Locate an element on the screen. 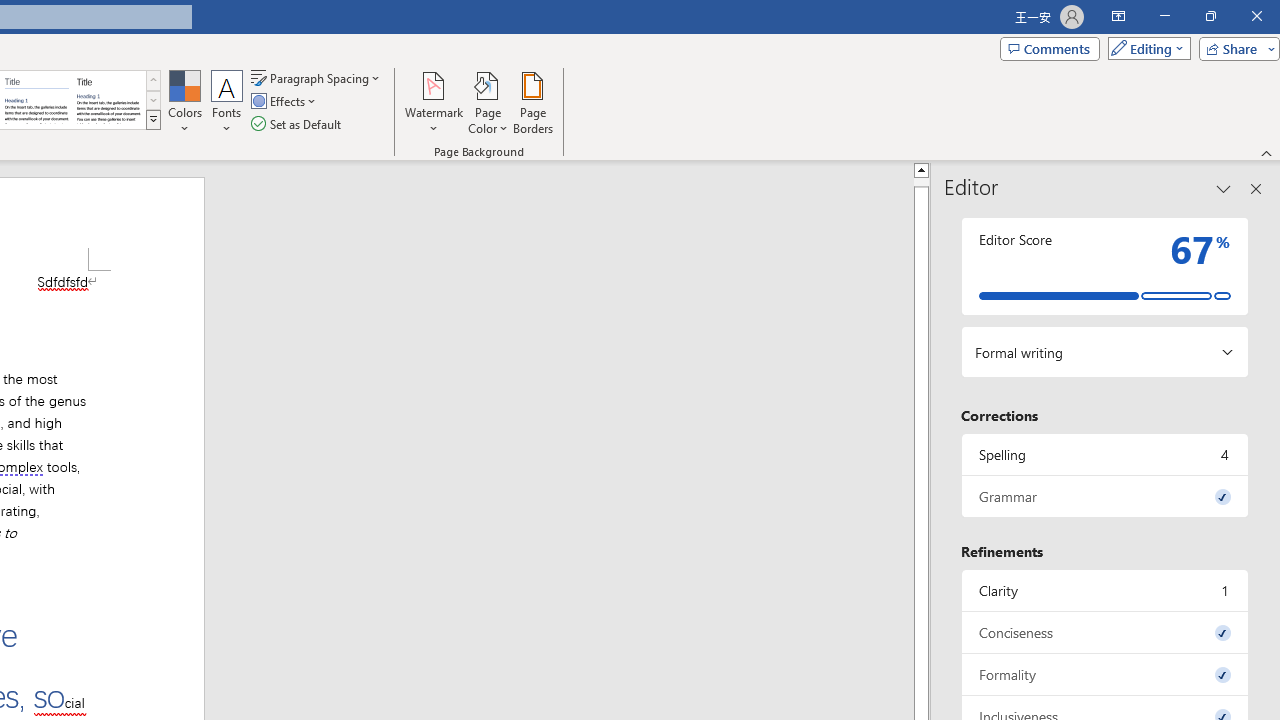  'Fonts' is located at coordinates (227, 103).